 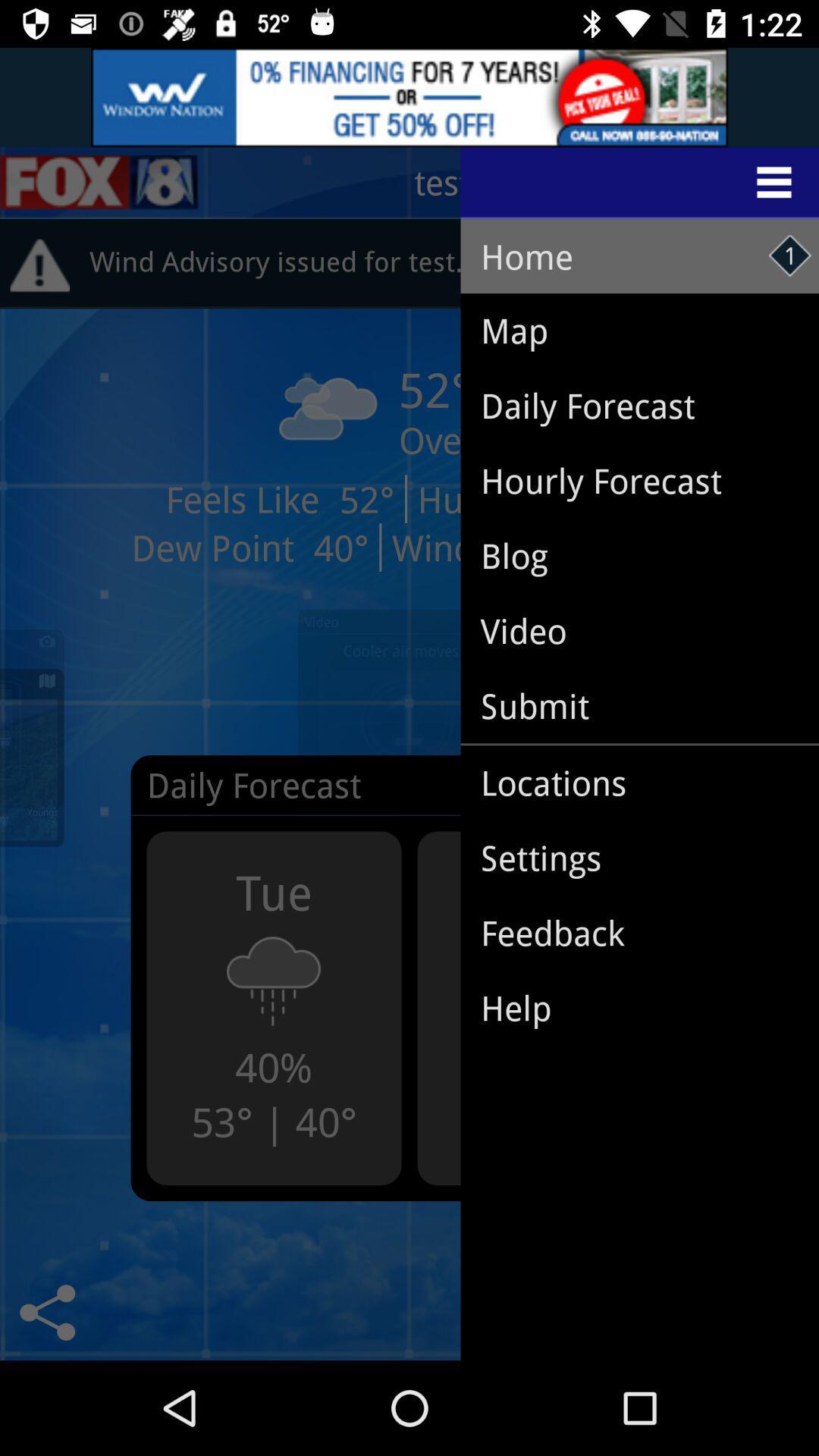 What do you see at coordinates (46, 1312) in the screenshot?
I see `the share icon` at bounding box center [46, 1312].